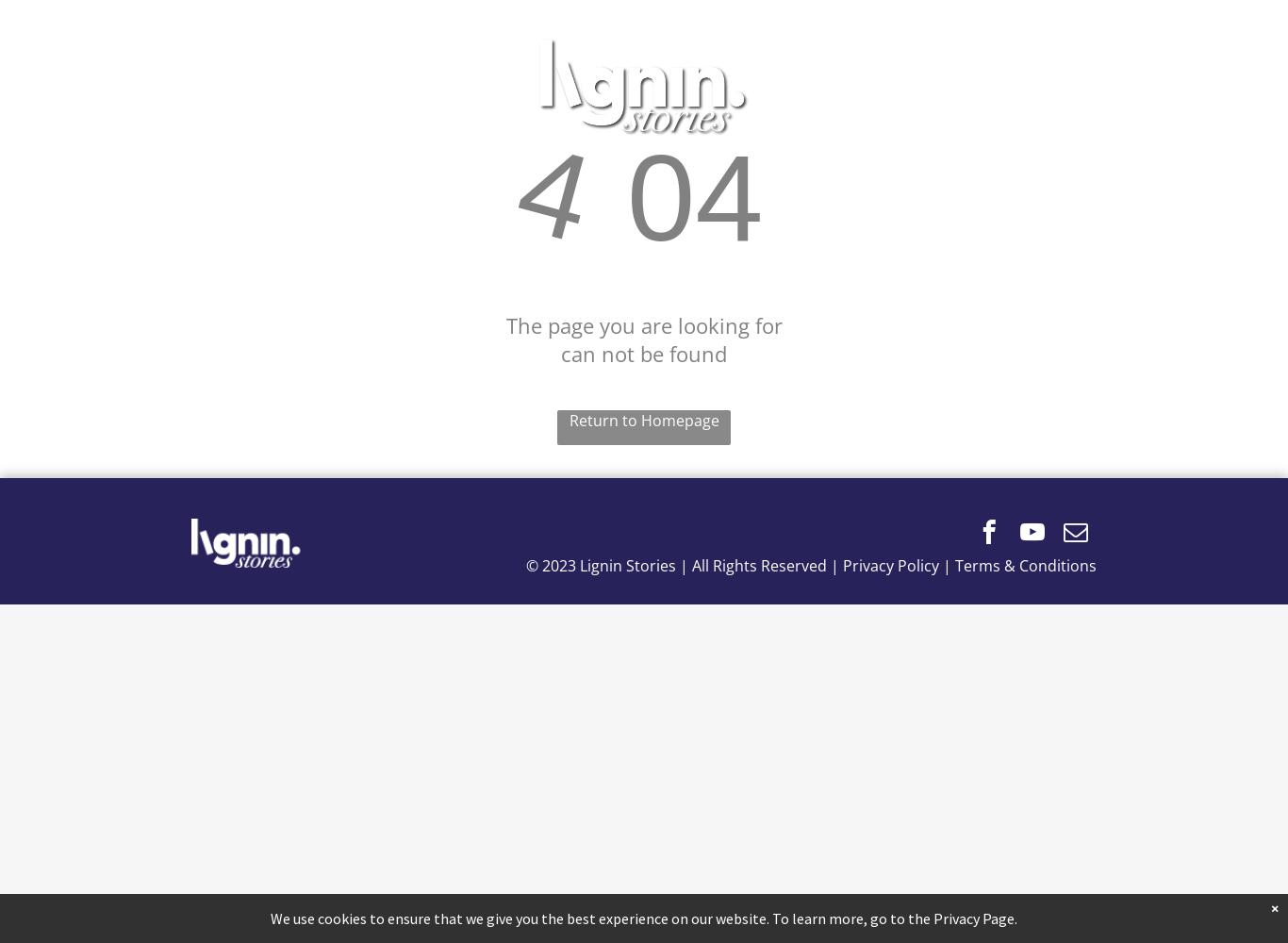 Image resolution: width=1288 pixels, height=943 pixels. What do you see at coordinates (552, 565) in the screenshot?
I see `'© 2023'` at bounding box center [552, 565].